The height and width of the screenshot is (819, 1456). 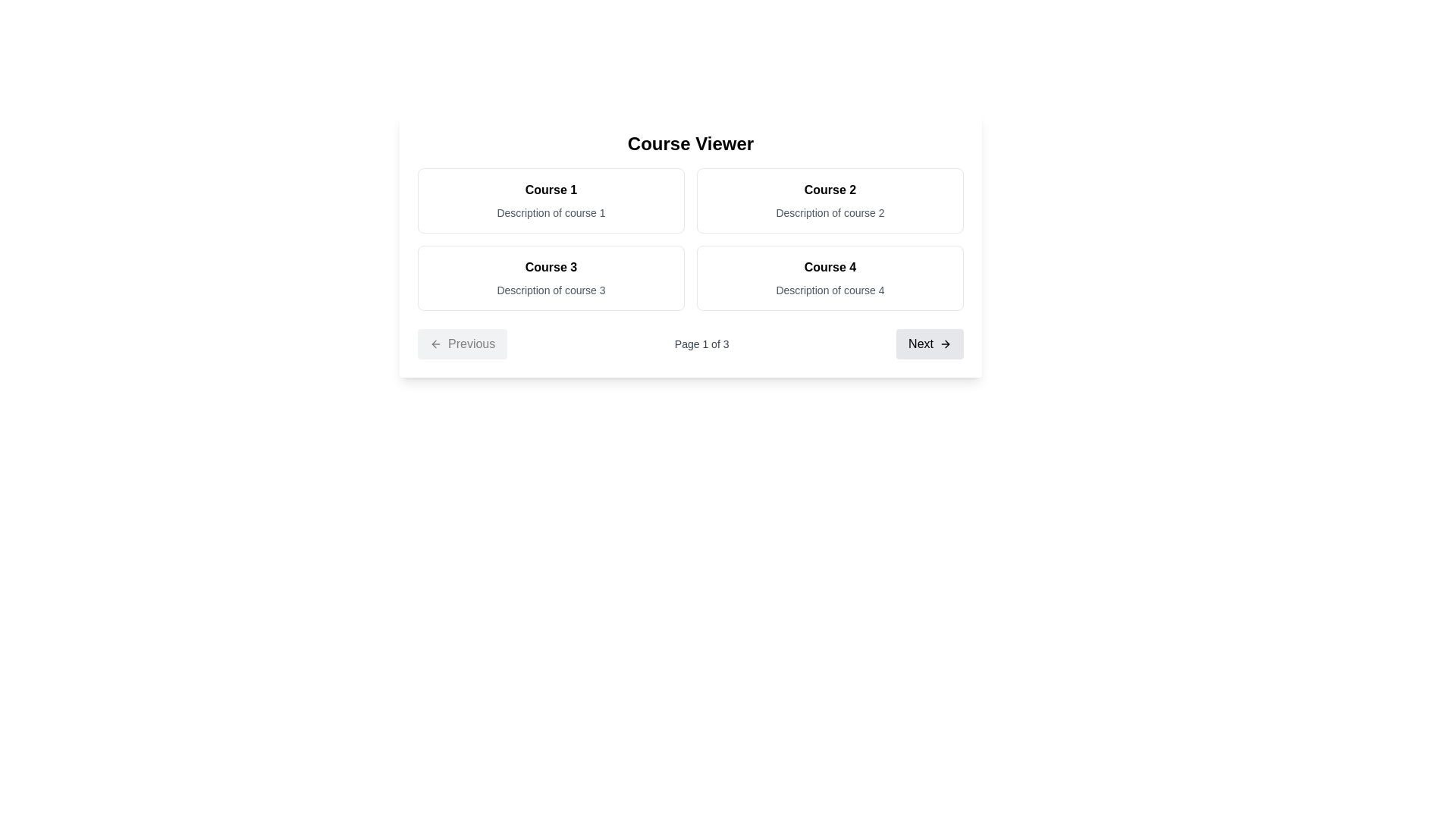 What do you see at coordinates (920, 344) in the screenshot?
I see `the 'Next' button text label that indicates users can proceed to the next page, located towards the bottom-right of the page` at bounding box center [920, 344].